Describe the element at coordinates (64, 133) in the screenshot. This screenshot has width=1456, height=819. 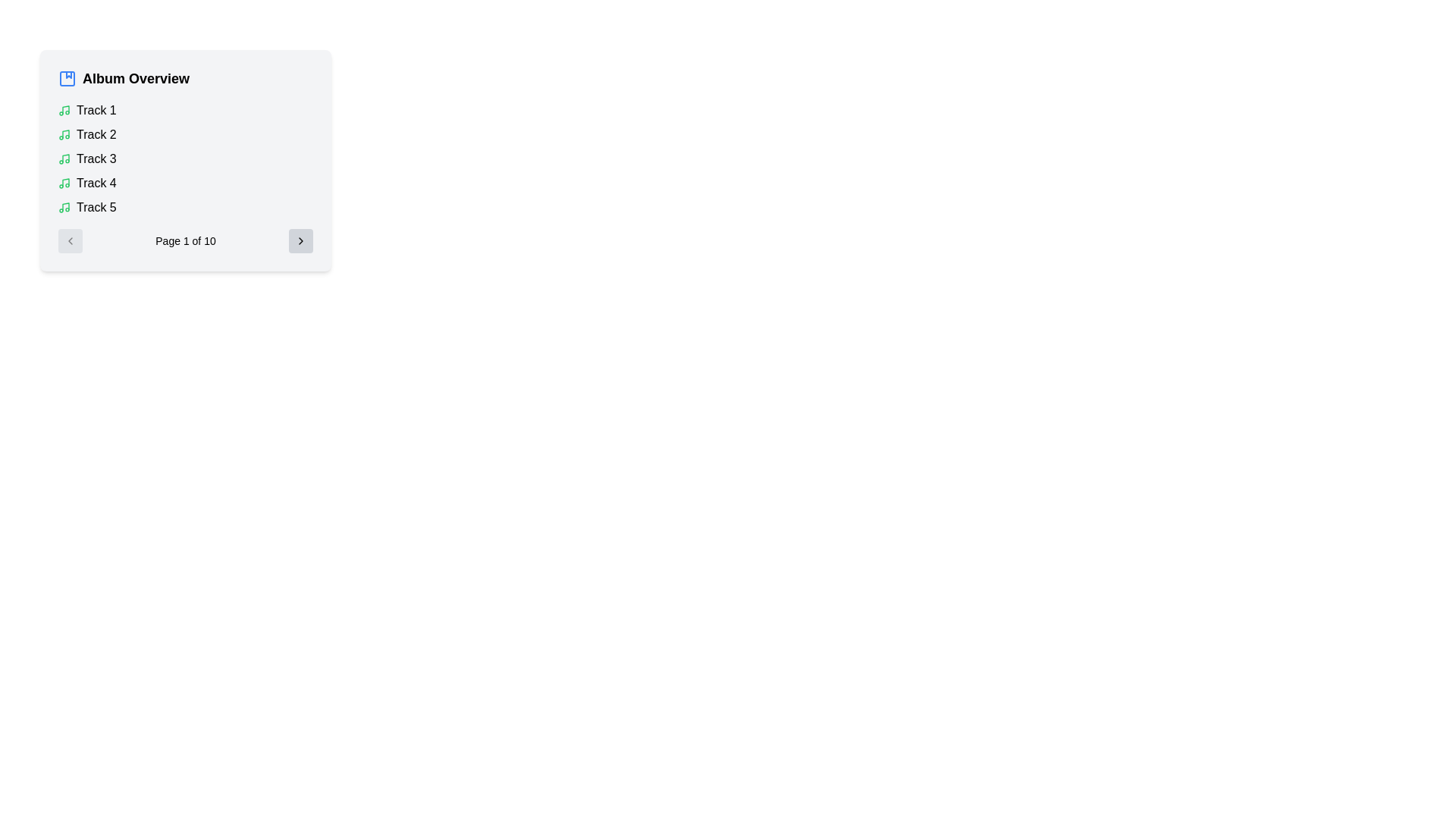
I see `the vertical stem of the music note icon located to the left of the text 'Track 2'` at that location.